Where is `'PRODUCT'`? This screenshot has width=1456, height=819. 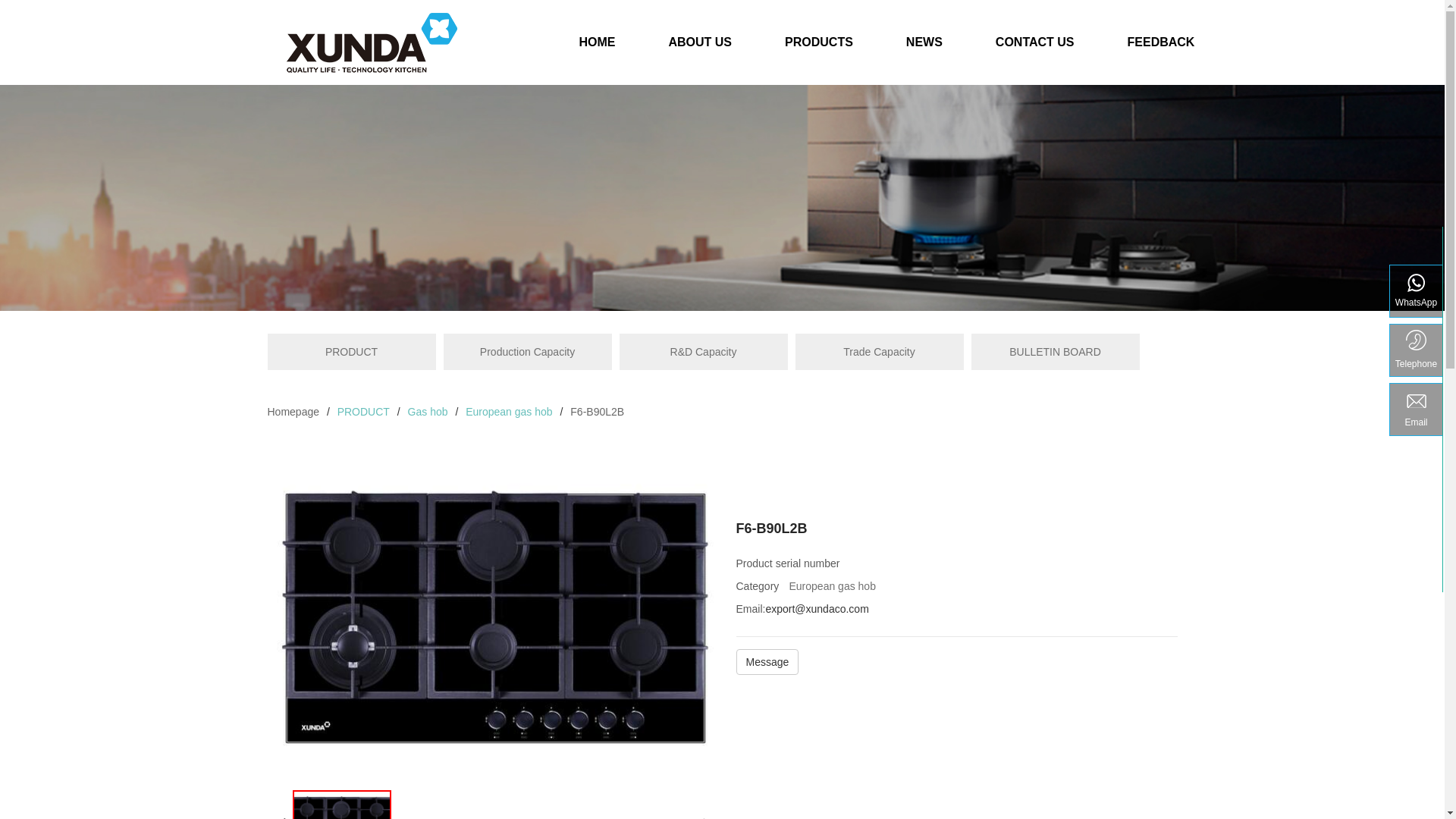 'PRODUCT' is located at coordinates (350, 351).